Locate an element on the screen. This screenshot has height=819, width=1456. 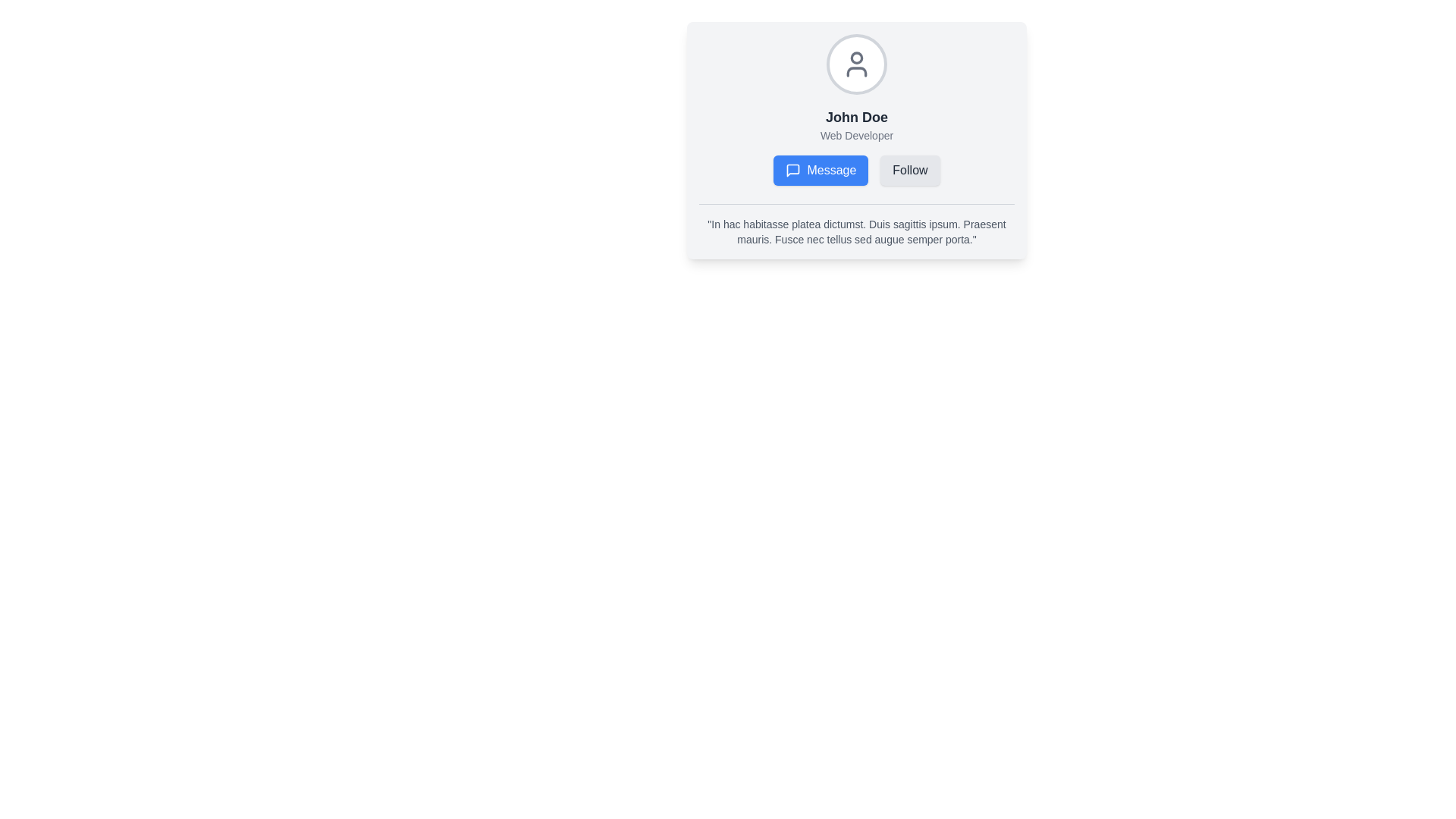
the 'Message' button located in the middle-bottom area of the user profile card is located at coordinates (820, 170).